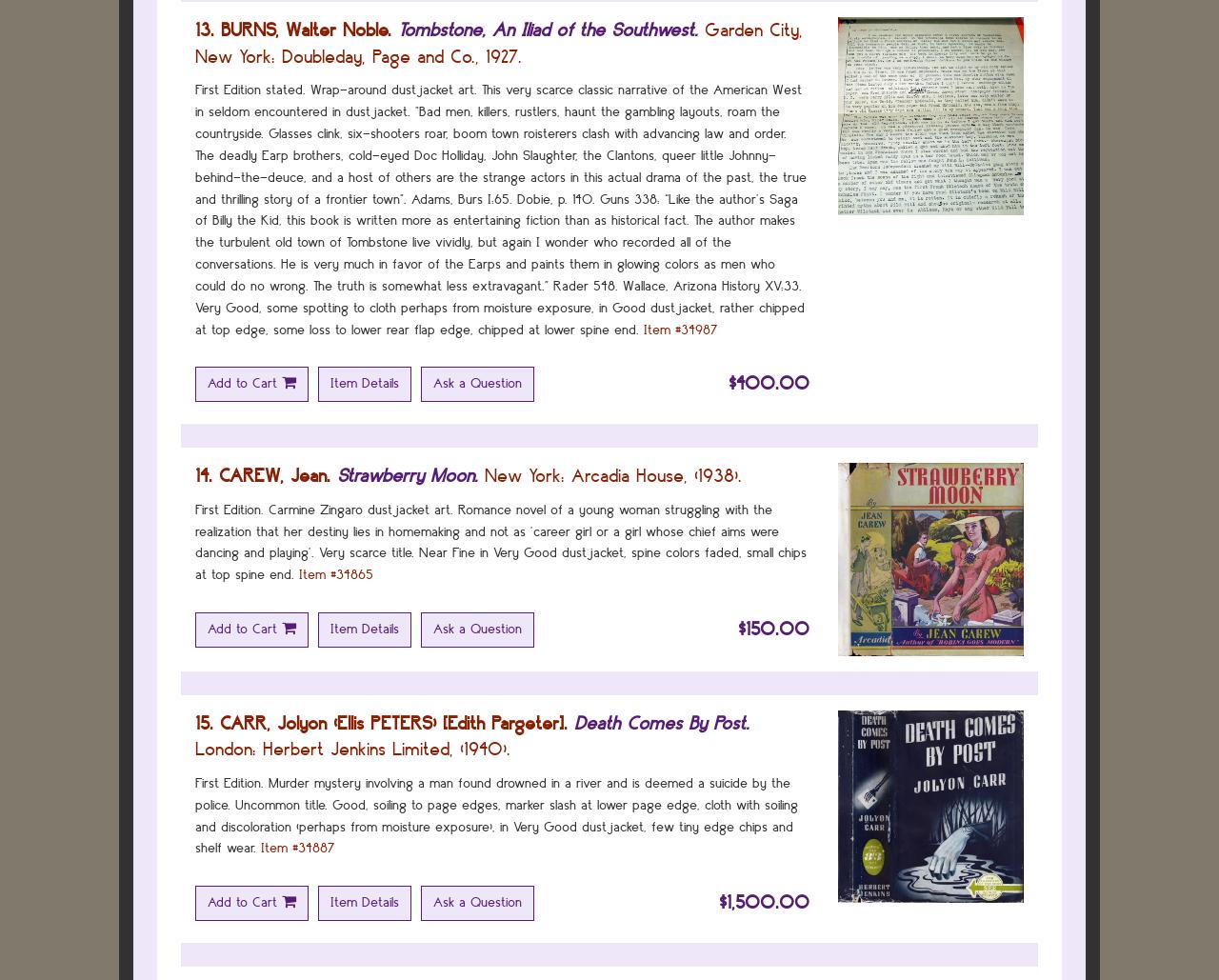  Describe the element at coordinates (681, 329) in the screenshot. I see `'Item #34987'` at that location.